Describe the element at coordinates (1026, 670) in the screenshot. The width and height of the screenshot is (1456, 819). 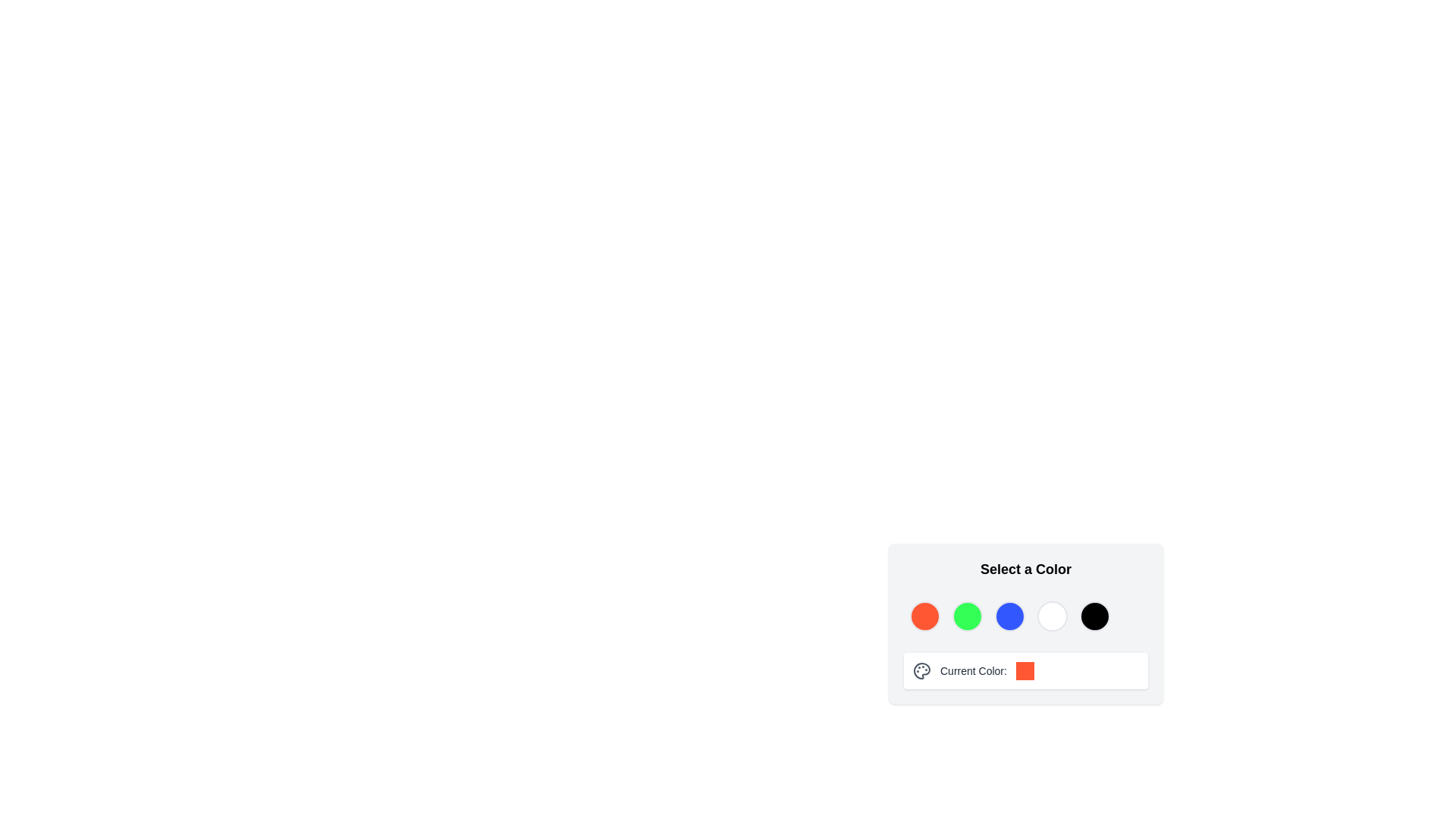
I see `the displayed color information in the Information display area which includes an icon of a palette, the text 'Current Color:', and a vibrant orange colored box` at that location.